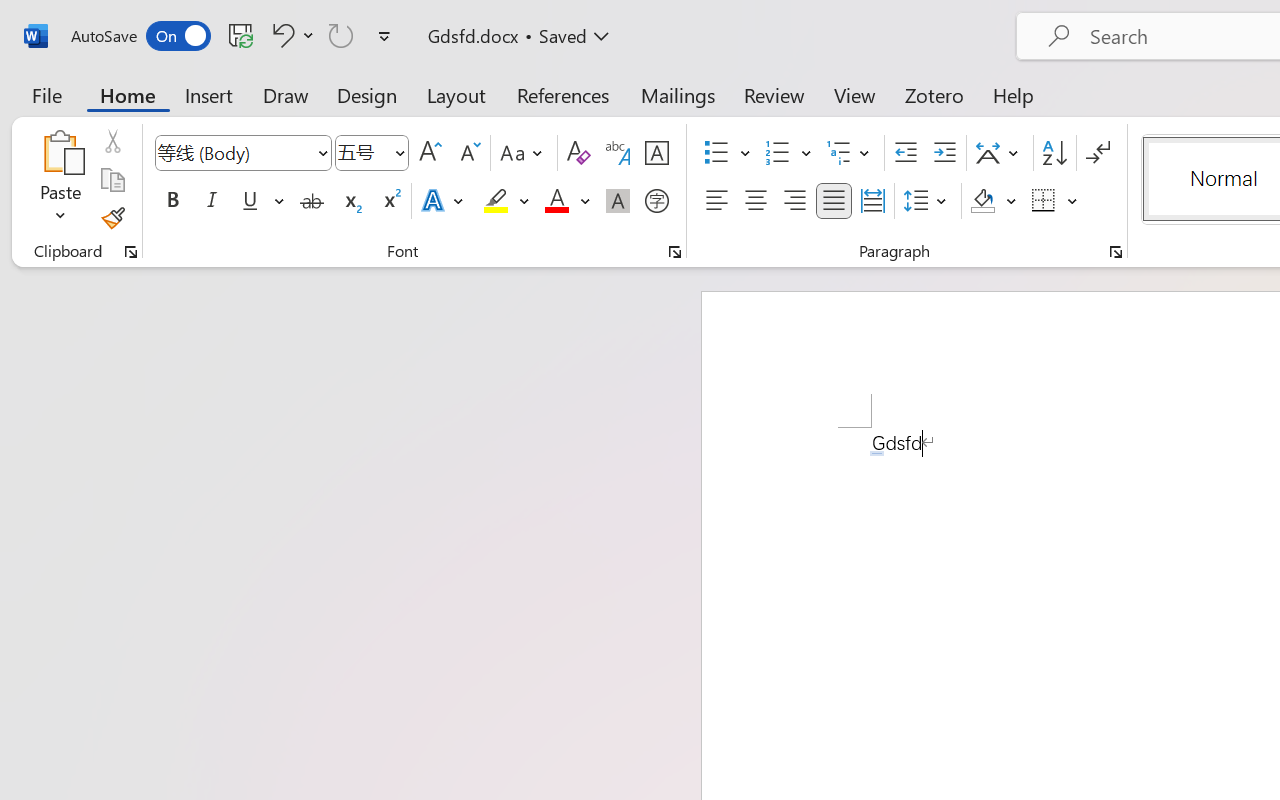 This screenshot has width=1280, height=800. I want to click on 'Text Effects and Typography', so click(443, 201).